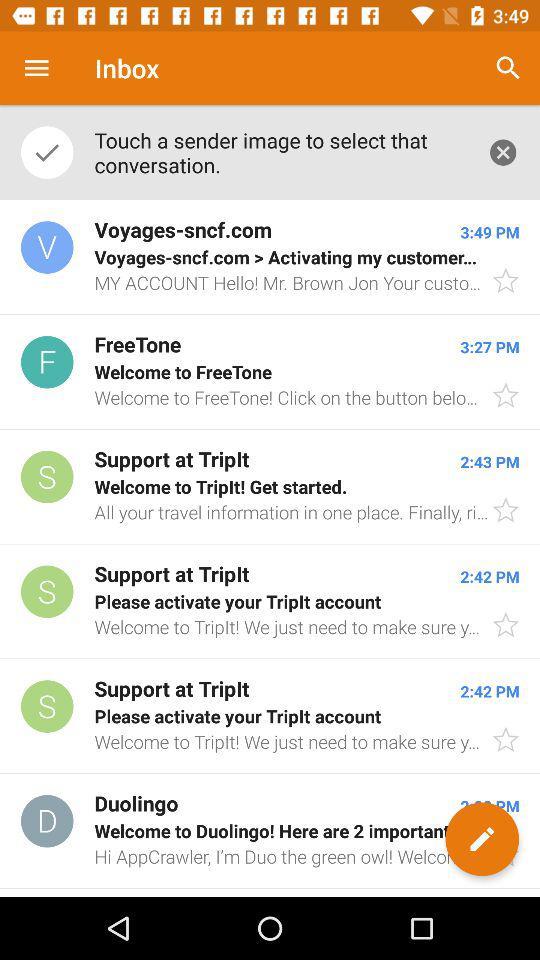  I want to click on touch a sender item, so click(279, 151).